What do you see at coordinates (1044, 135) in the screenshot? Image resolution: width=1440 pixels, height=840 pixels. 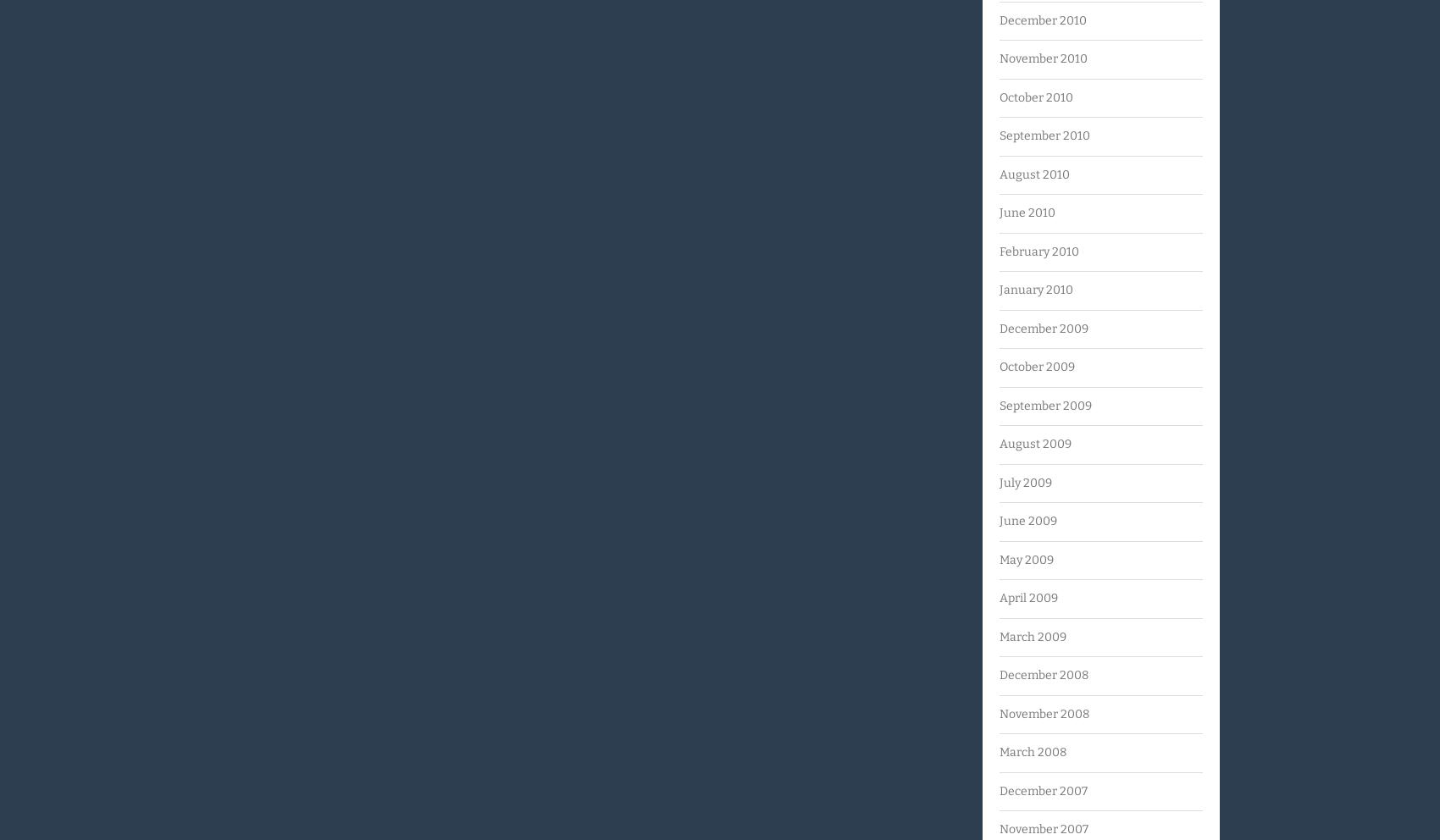 I see `'September 2010'` at bounding box center [1044, 135].